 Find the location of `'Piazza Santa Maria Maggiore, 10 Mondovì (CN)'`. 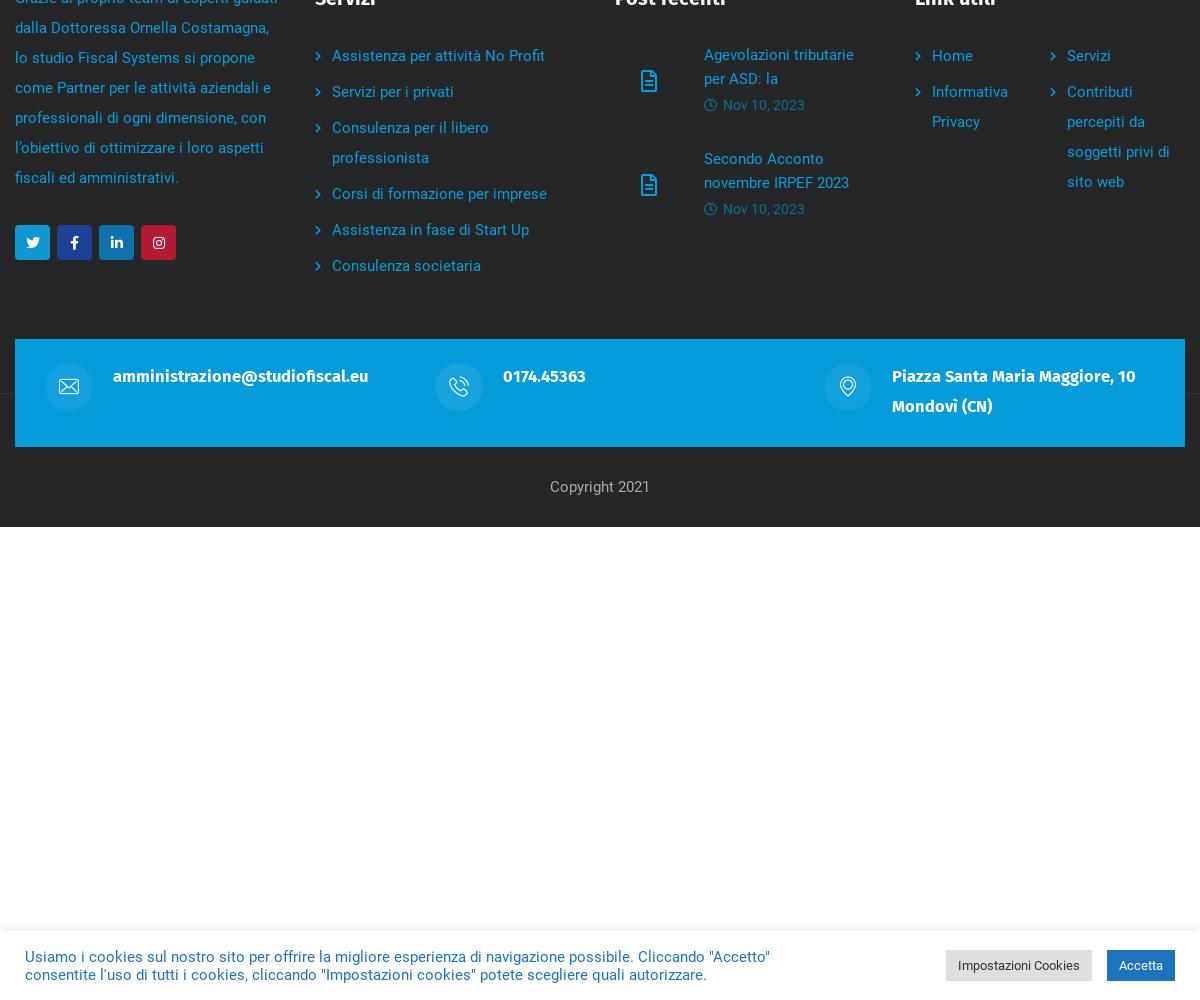

'Piazza Santa Maria Maggiore, 10 Mondovì (CN)' is located at coordinates (1014, 391).